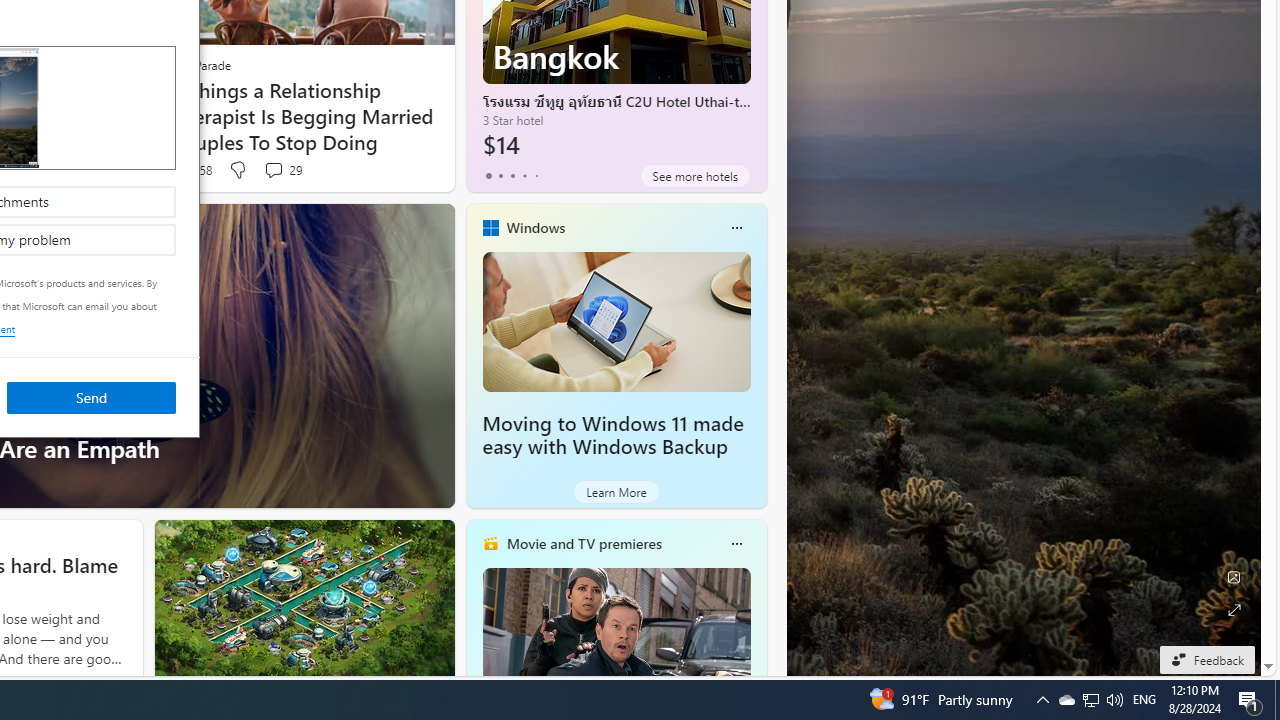 This screenshot has width=1280, height=720. What do you see at coordinates (1041, 698) in the screenshot?
I see `'Notification Chevron'` at bounding box center [1041, 698].